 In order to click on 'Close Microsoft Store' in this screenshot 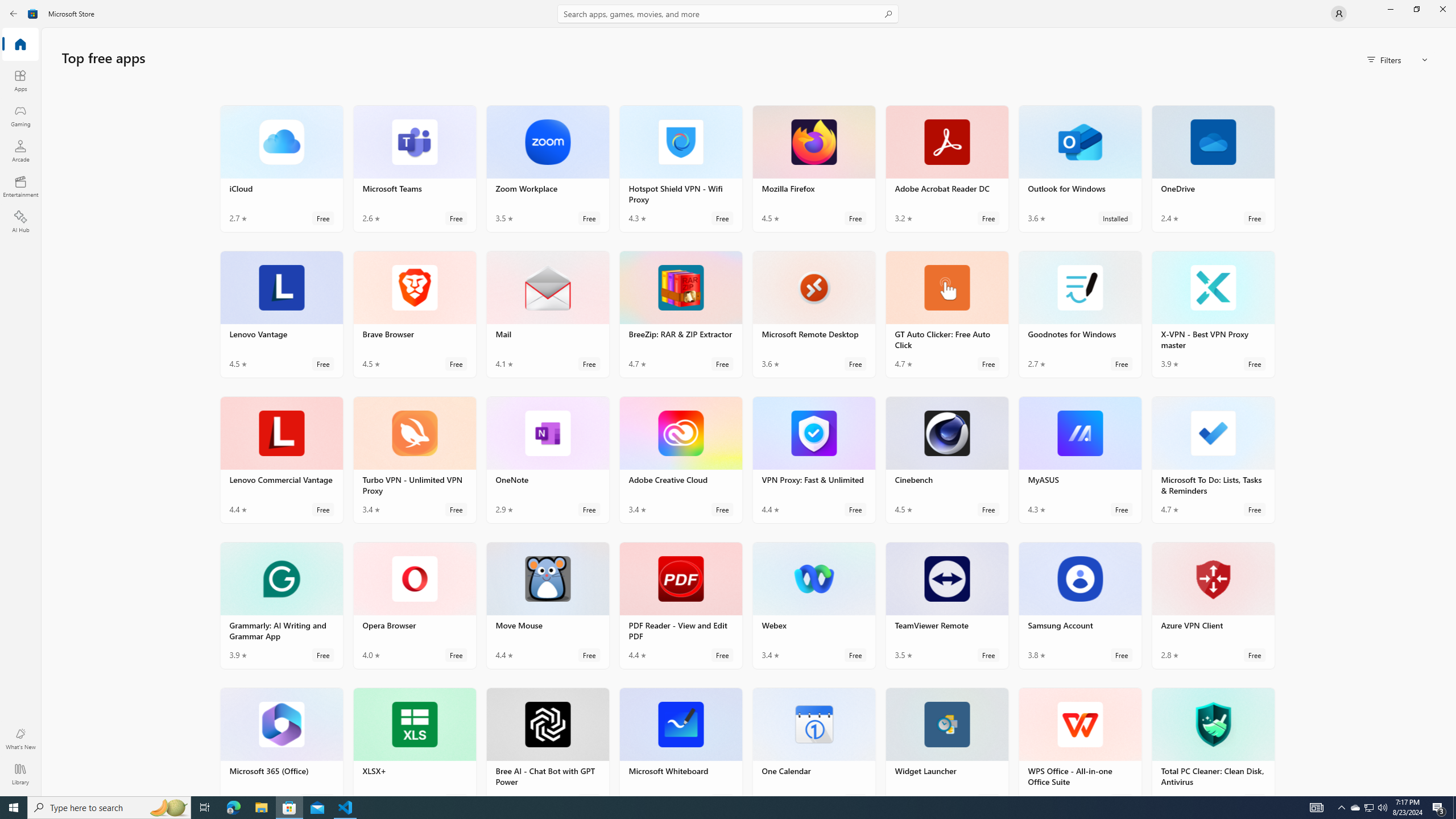, I will do `click(1442, 9)`.